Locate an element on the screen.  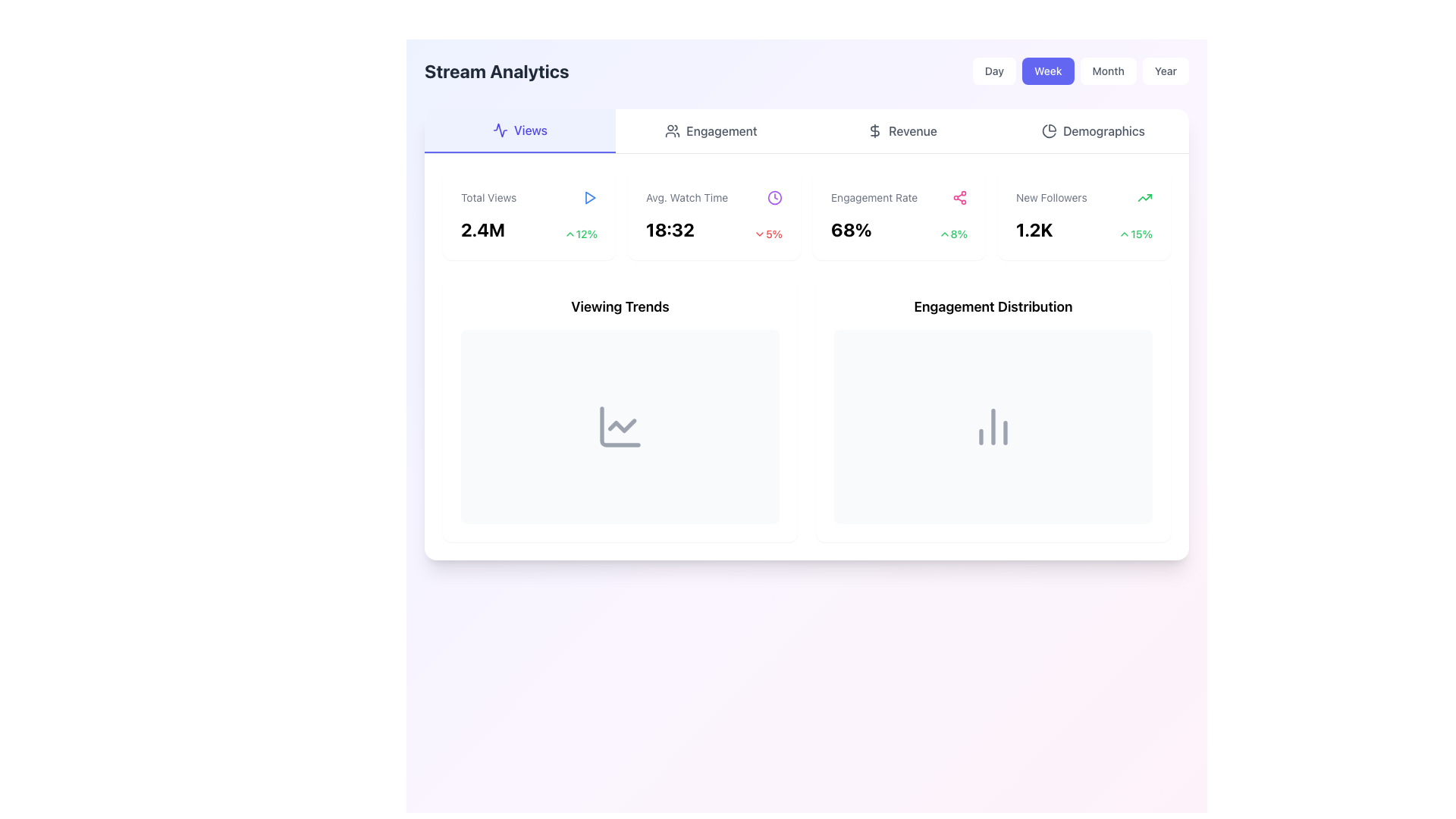
the decorative text element displaying a percentage increase of 12% in green color, located within the 'Total Views' card, to the right of the '2.4M' text is located at coordinates (579, 234).